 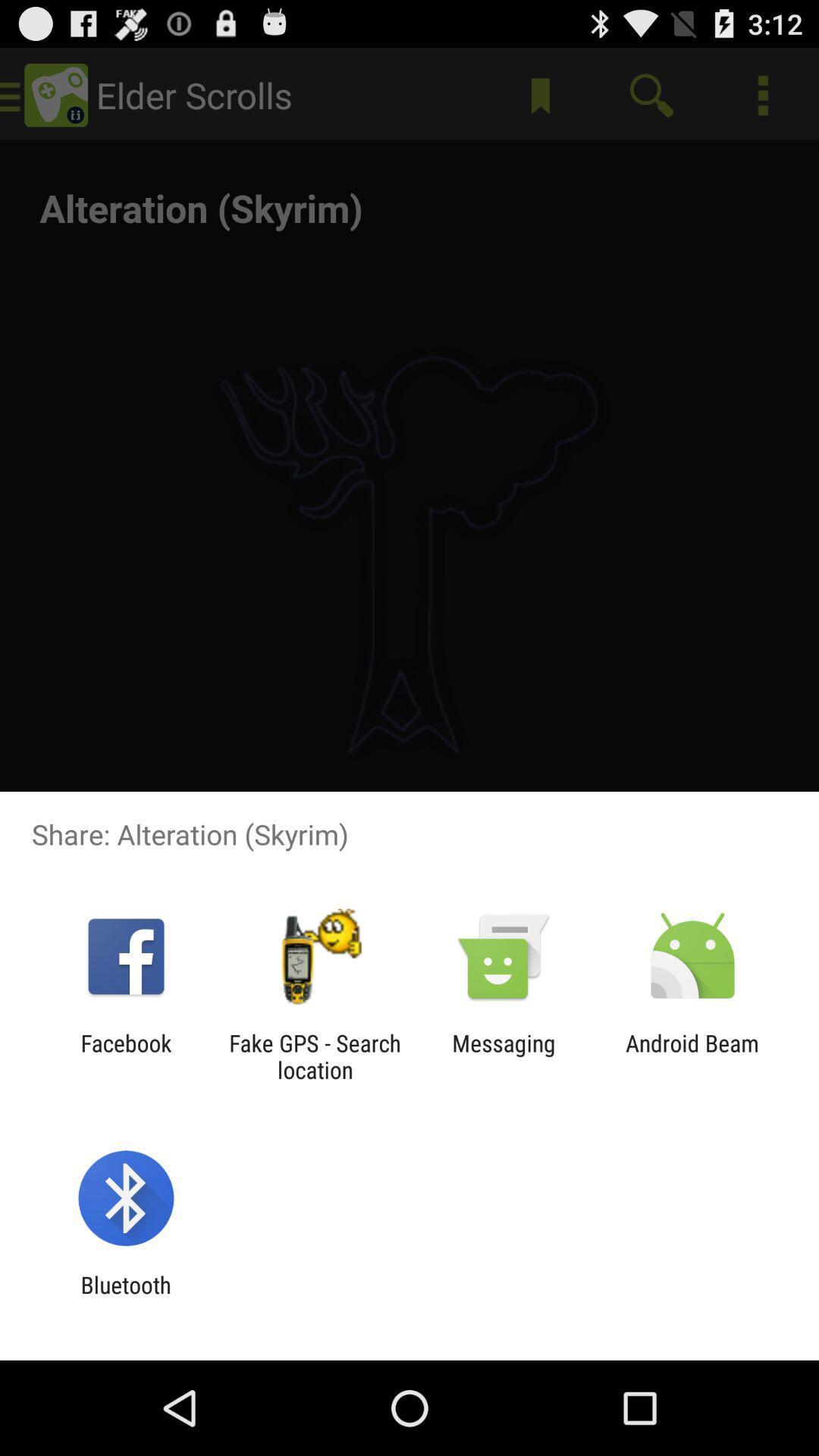 What do you see at coordinates (125, 1056) in the screenshot?
I see `the app to the left of fake gps search app` at bounding box center [125, 1056].